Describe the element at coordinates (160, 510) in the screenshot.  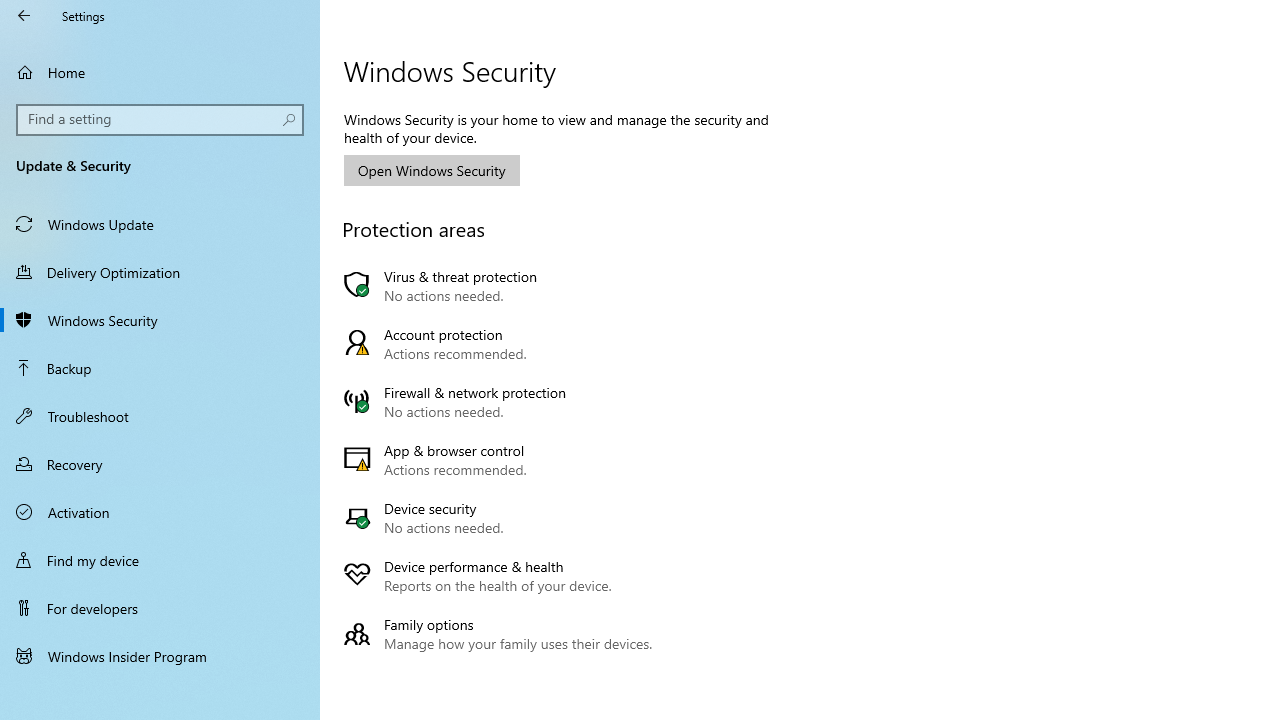
I see `'Activation'` at that location.